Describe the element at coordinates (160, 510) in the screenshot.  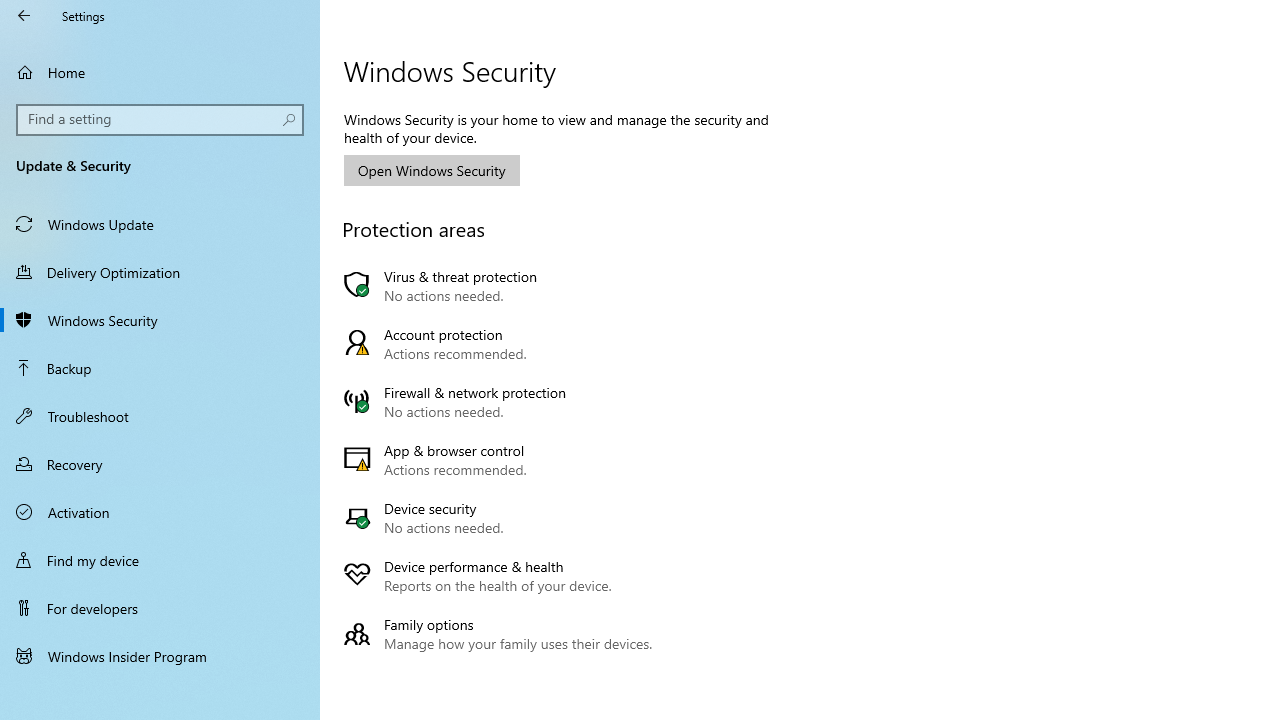
I see `'Activation'` at that location.